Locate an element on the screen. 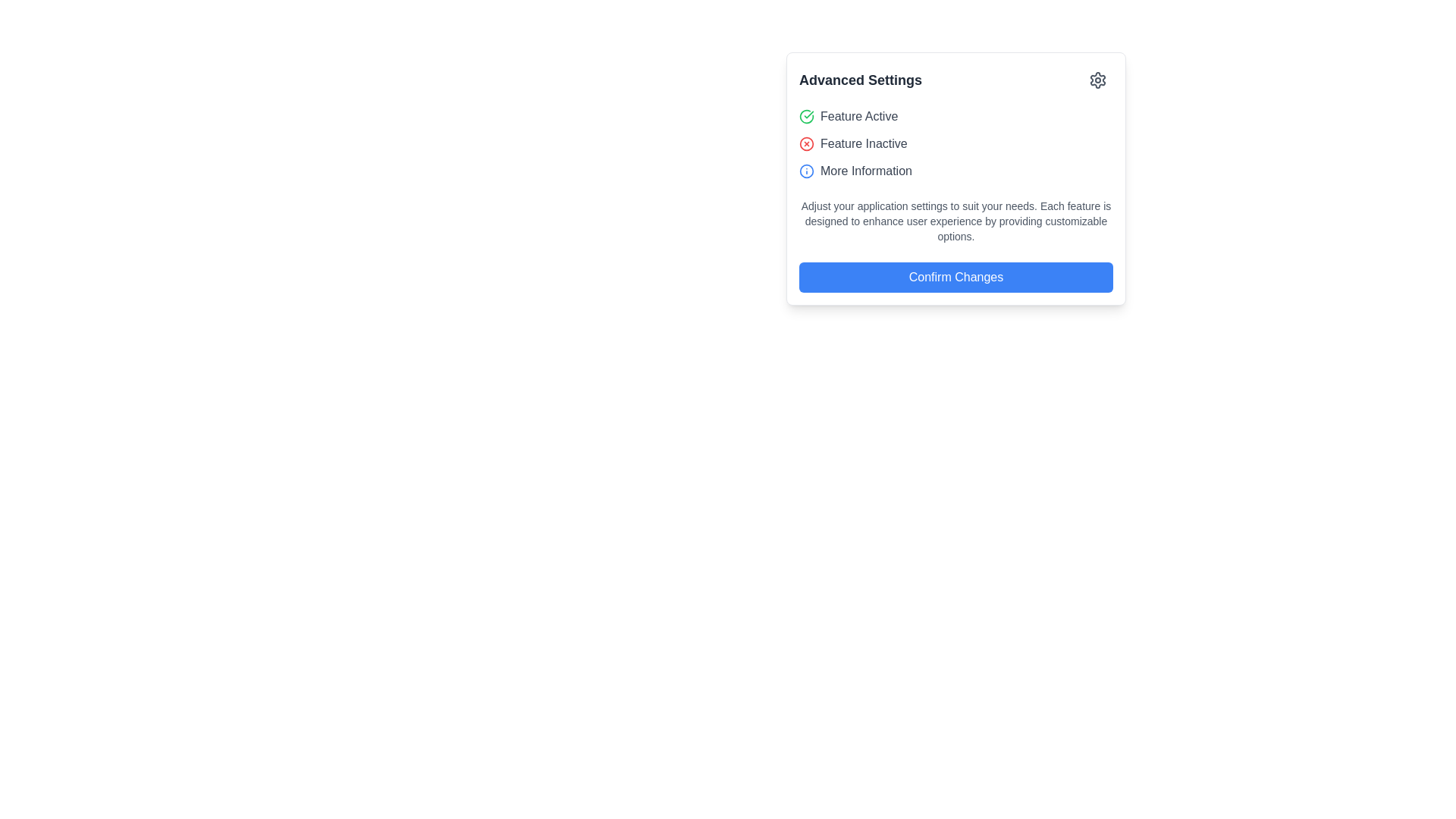  the descriptive text element providing details about customizable settings and features, located in the 'Advanced Settings' card, positioned between the features list and the 'Confirm Changes' button is located at coordinates (955, 221).